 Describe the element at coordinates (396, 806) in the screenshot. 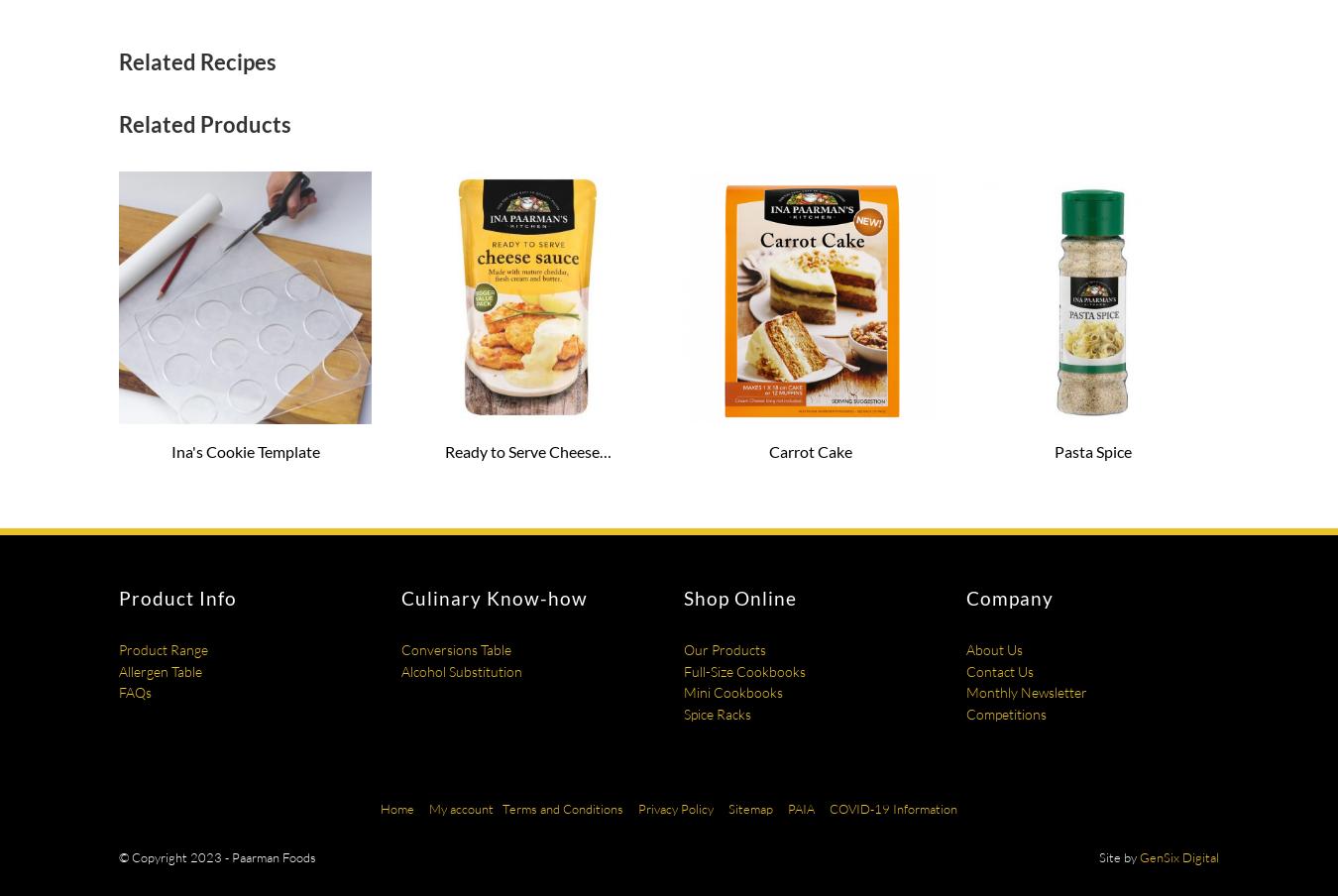

I see `'Home'` at that location.